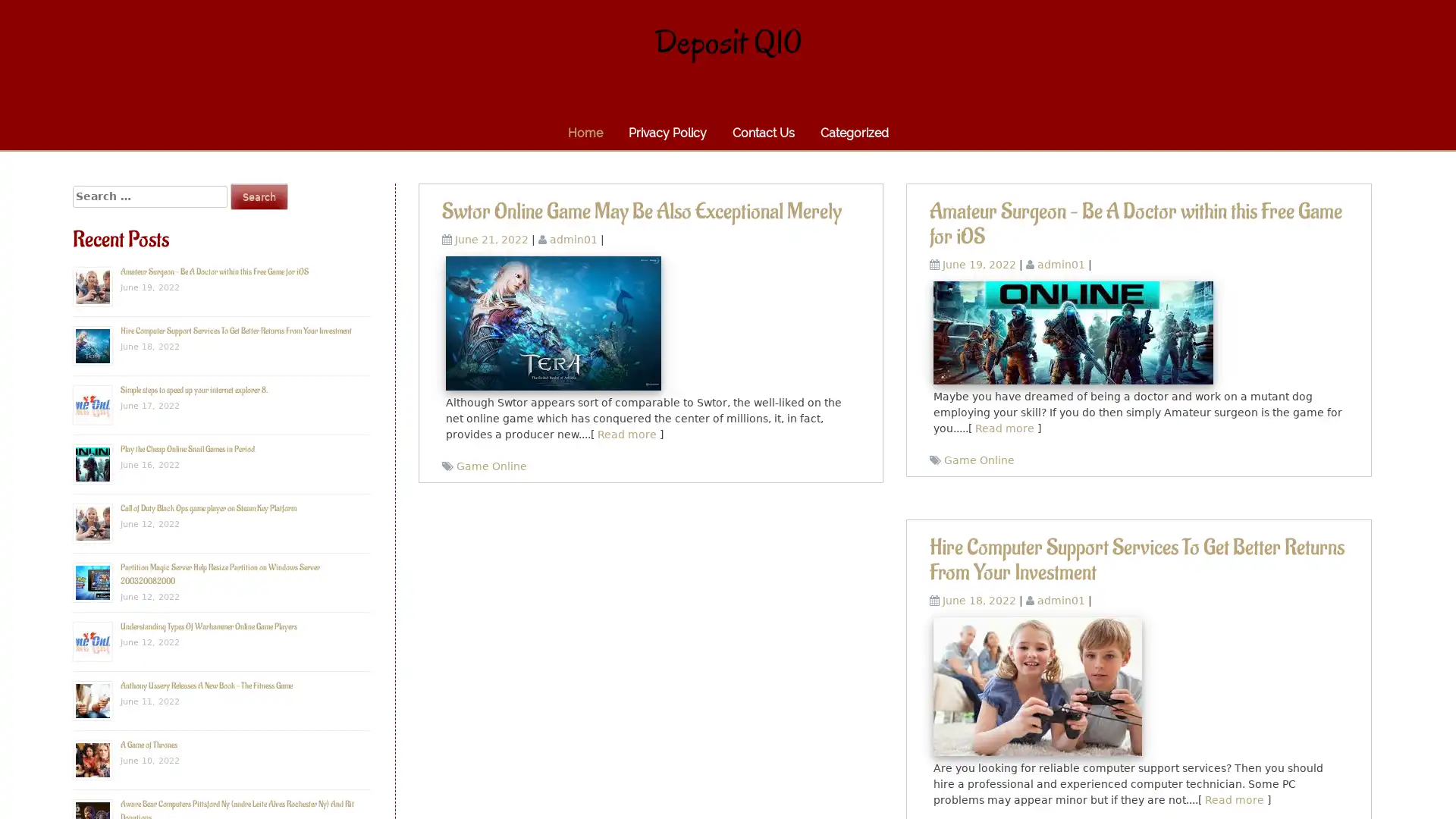 The width and height of the screenshot is (1456, 819). Describe the element at coordinates (259, 196) in the screenshot. I see `Search` at that location.